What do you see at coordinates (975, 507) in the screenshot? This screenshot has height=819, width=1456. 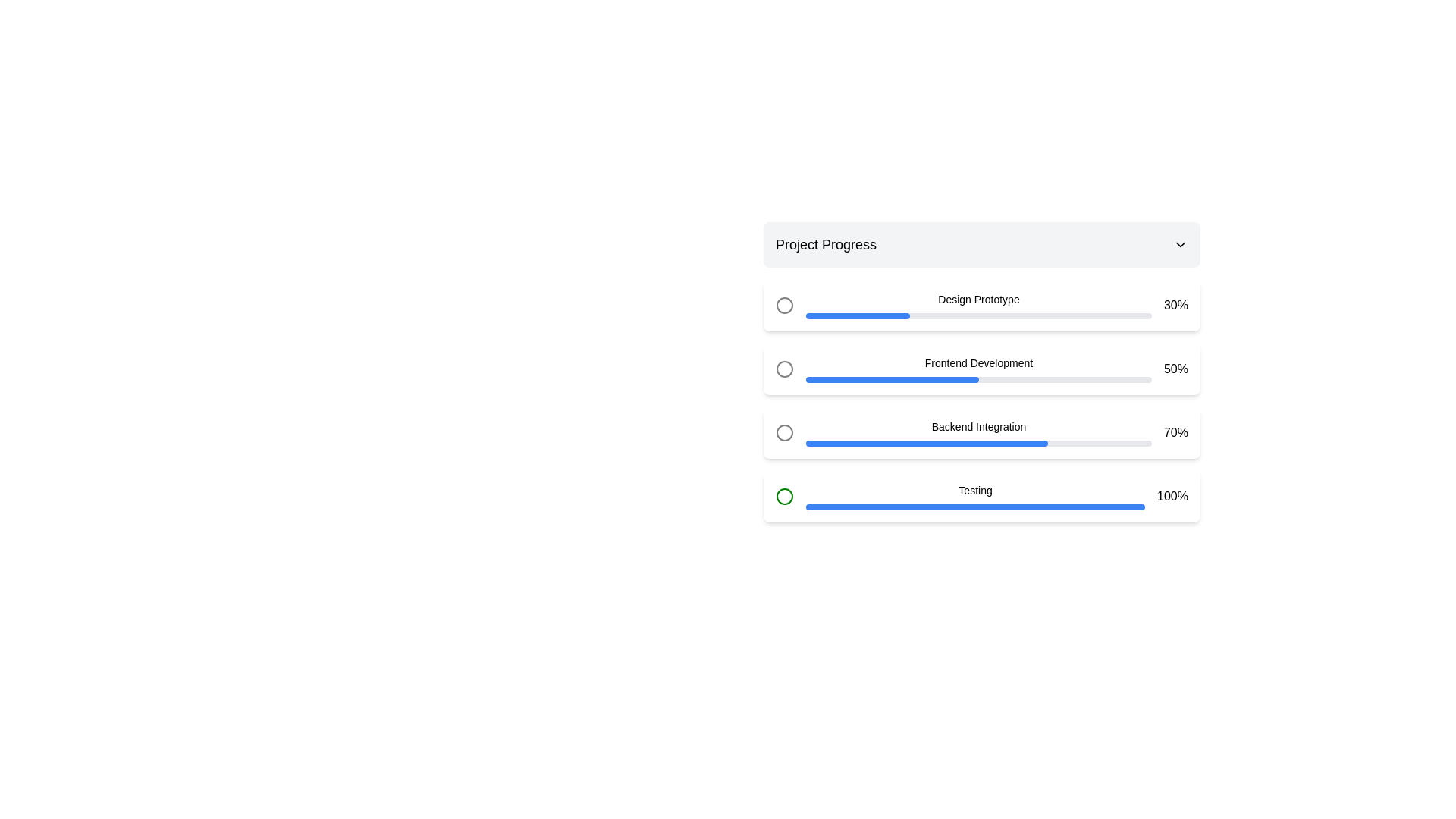 I see `the Progress bar indicating the completion status of the 'Testing' task, which is located at the bottom of the list of progress bars` at bounding box center [975, 507].